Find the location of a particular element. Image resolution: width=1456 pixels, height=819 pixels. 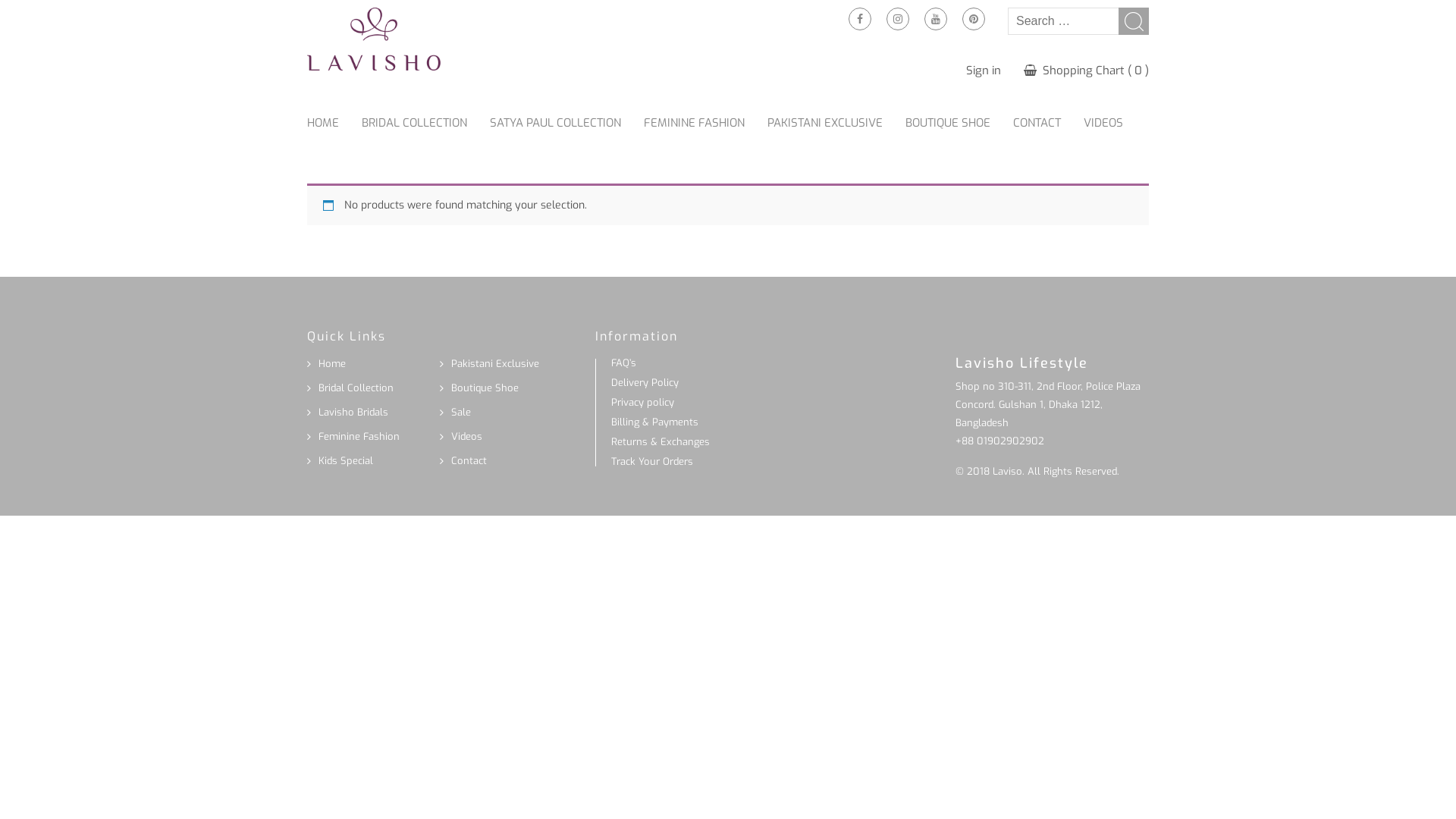

'Delivery Policy' is located at coordinates (645, 381).